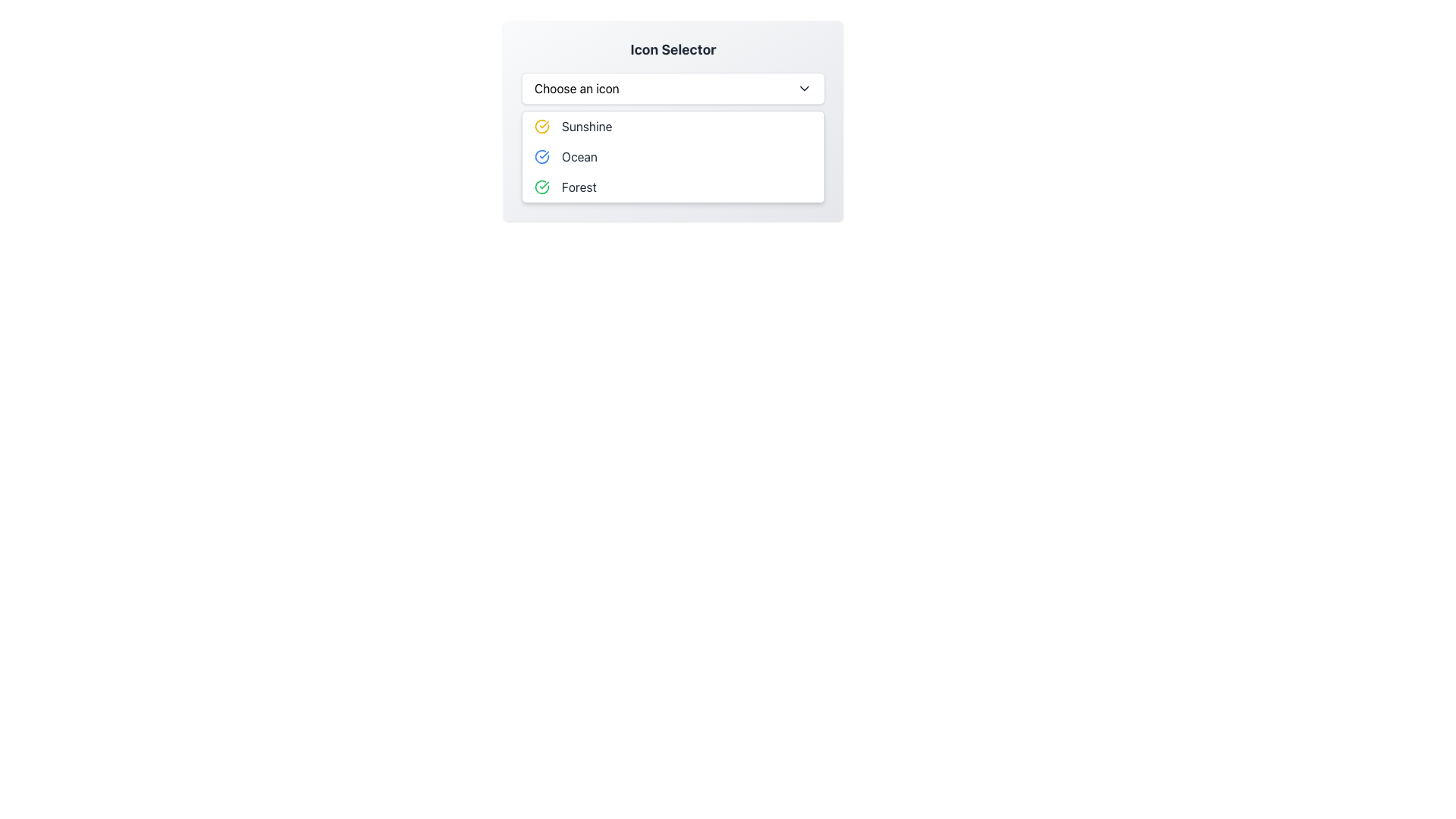 The image size is (1456, 819). What do you see at coordinates (542, 125) in the screenshot?
I see `the selection status icon indicating that the 'Sunshine' option is currently chosen` at bounding box center [542, 125].